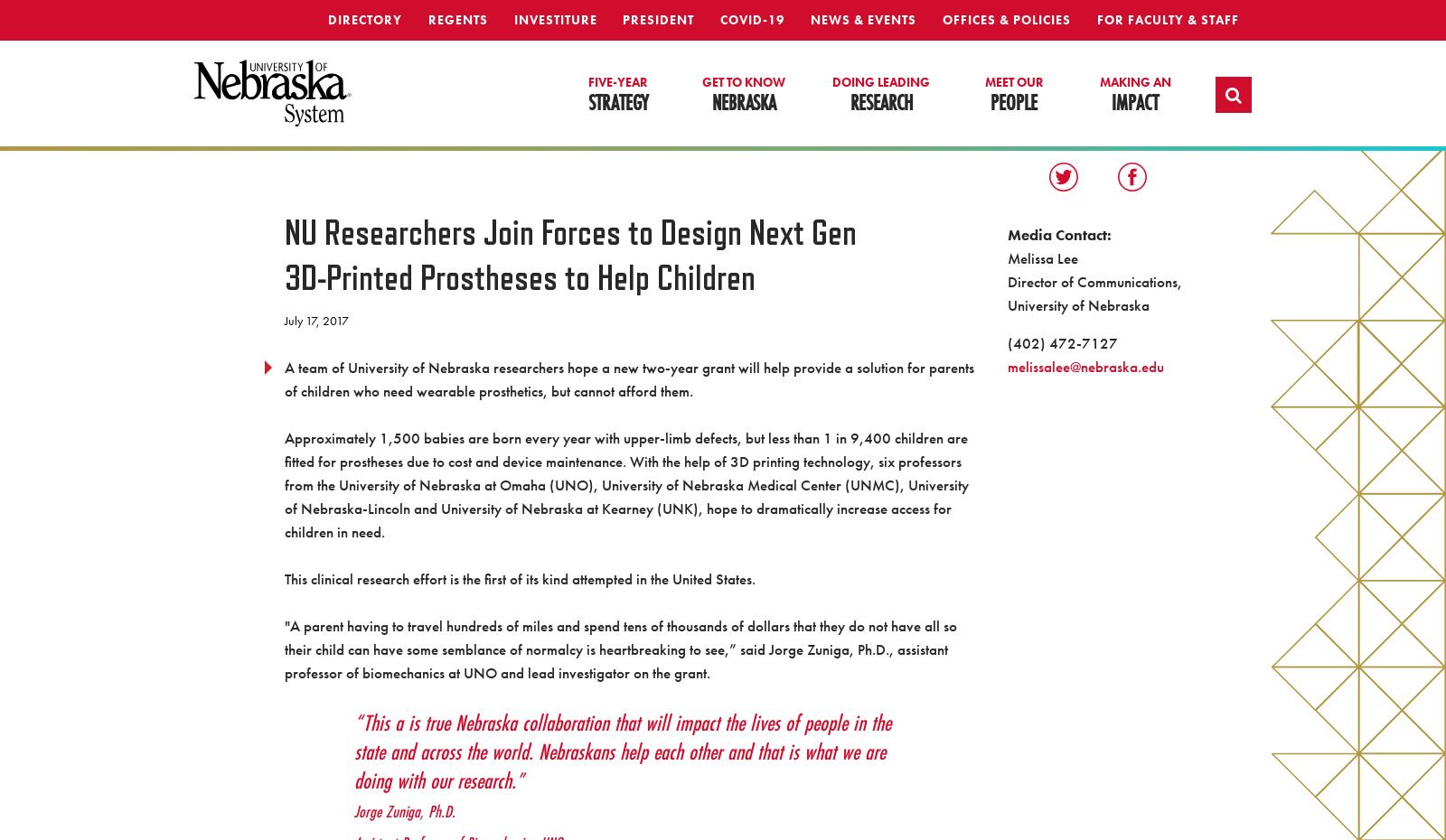 The height and width of the screenshot is (840, 1446). I want to click on 'A team of University of Nebraska researchers hope a new two-year grant will help provide a solution for parents of children who need wearable prosthetics, but cannot afford them.', so click(628, 378).